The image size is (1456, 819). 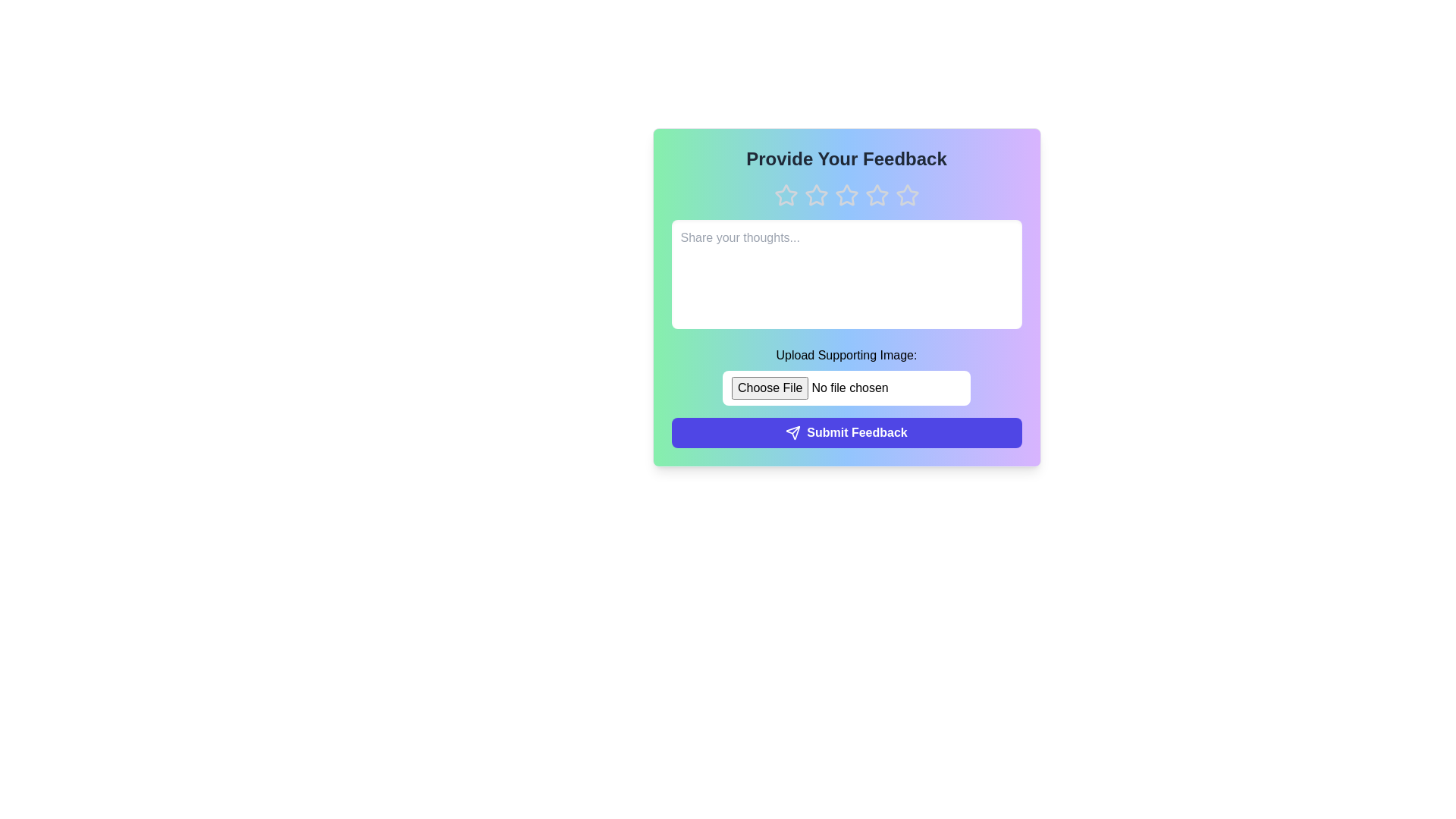 I want to click on the third Rating Star Icon in the feedback form for accessibility interactions, so click(x=877, y=194).